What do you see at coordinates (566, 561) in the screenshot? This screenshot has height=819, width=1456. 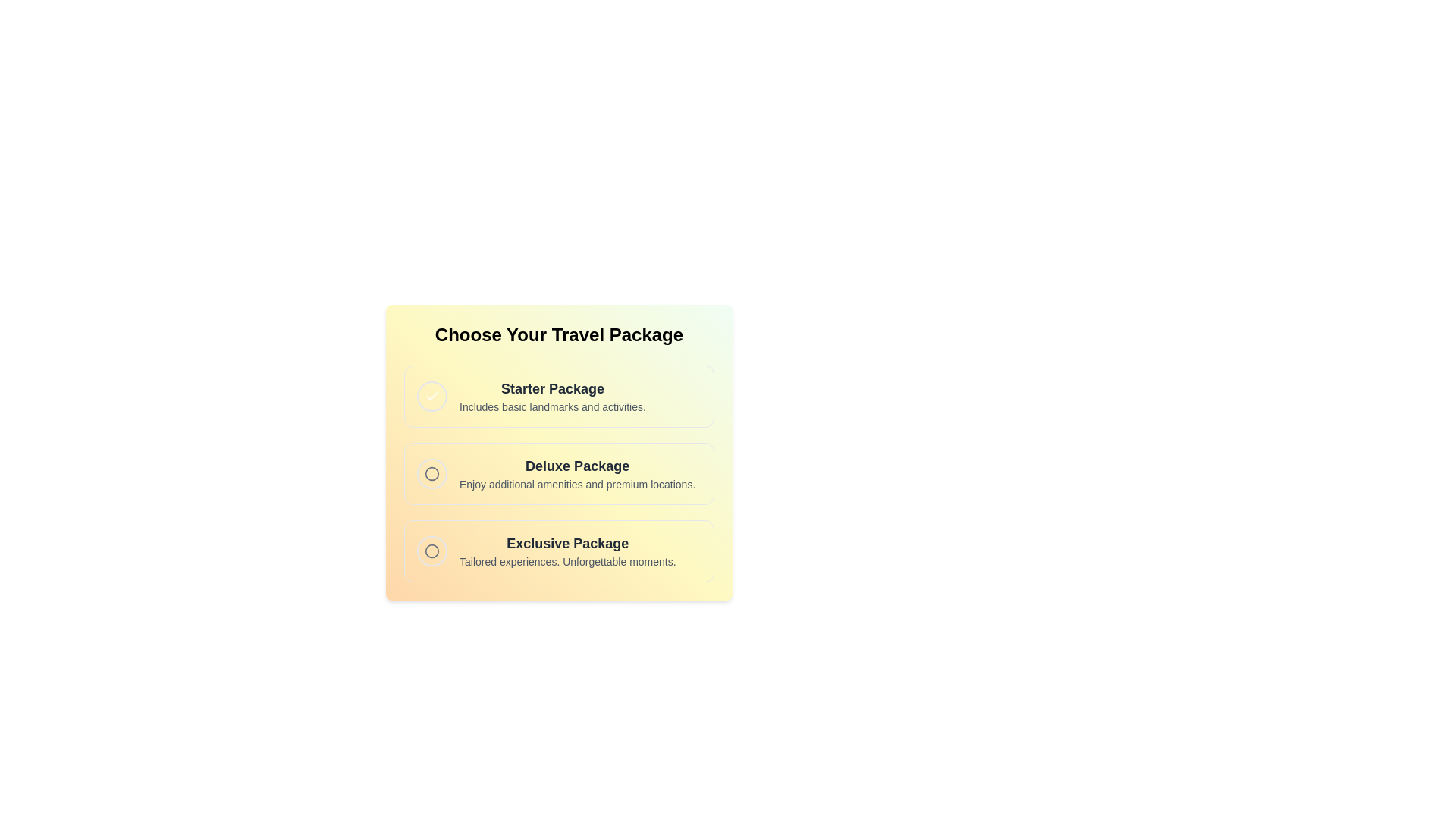 I see `the informative Text Label providing details about the 'Exclusive Package' option, positioned beneath the title 'Exclusive Package' in the third card of travel packages` at bounding box center [566, 561].